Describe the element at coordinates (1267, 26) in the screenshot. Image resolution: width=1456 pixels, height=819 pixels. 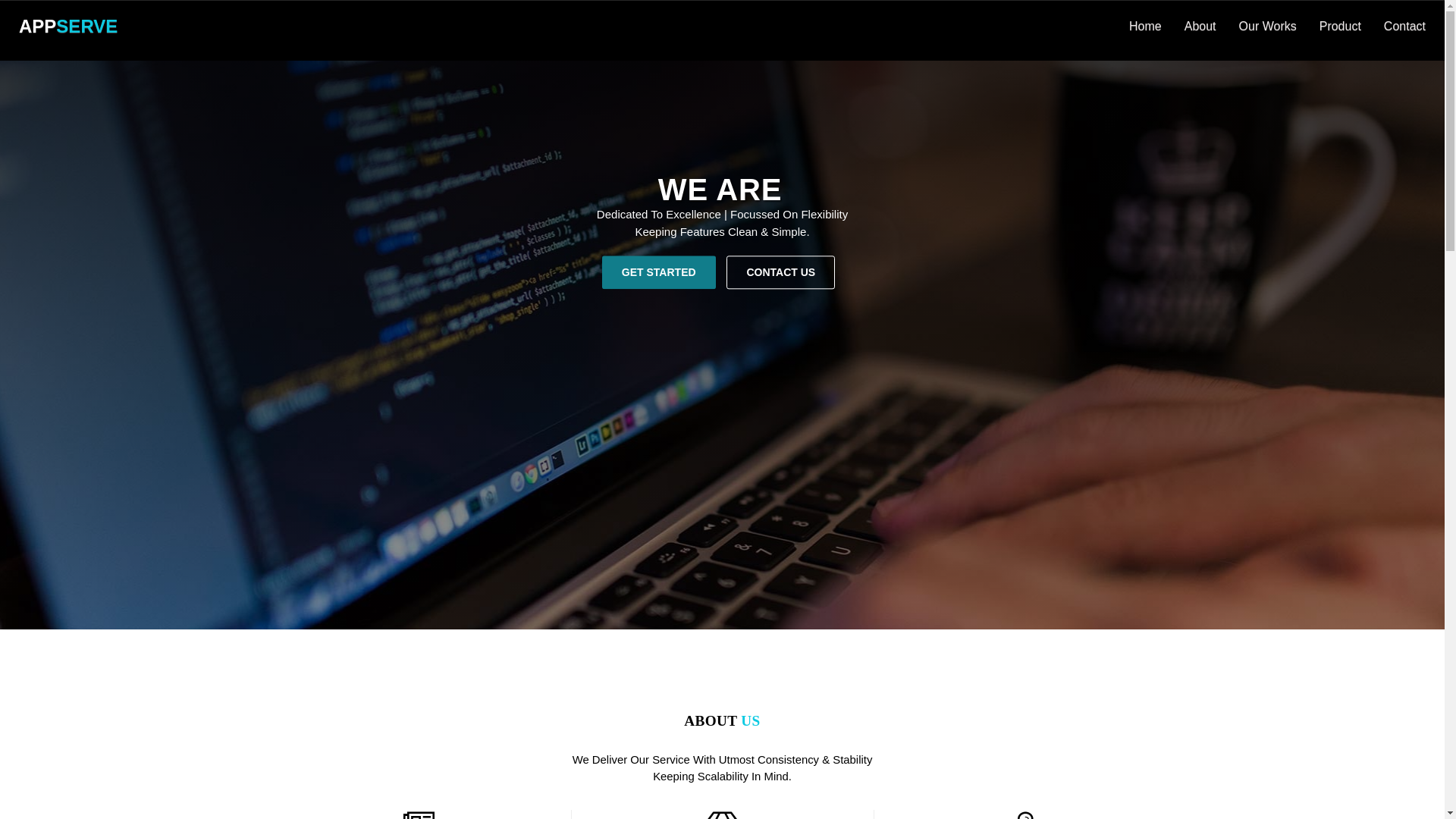
I see `'Our Works'` at that location.